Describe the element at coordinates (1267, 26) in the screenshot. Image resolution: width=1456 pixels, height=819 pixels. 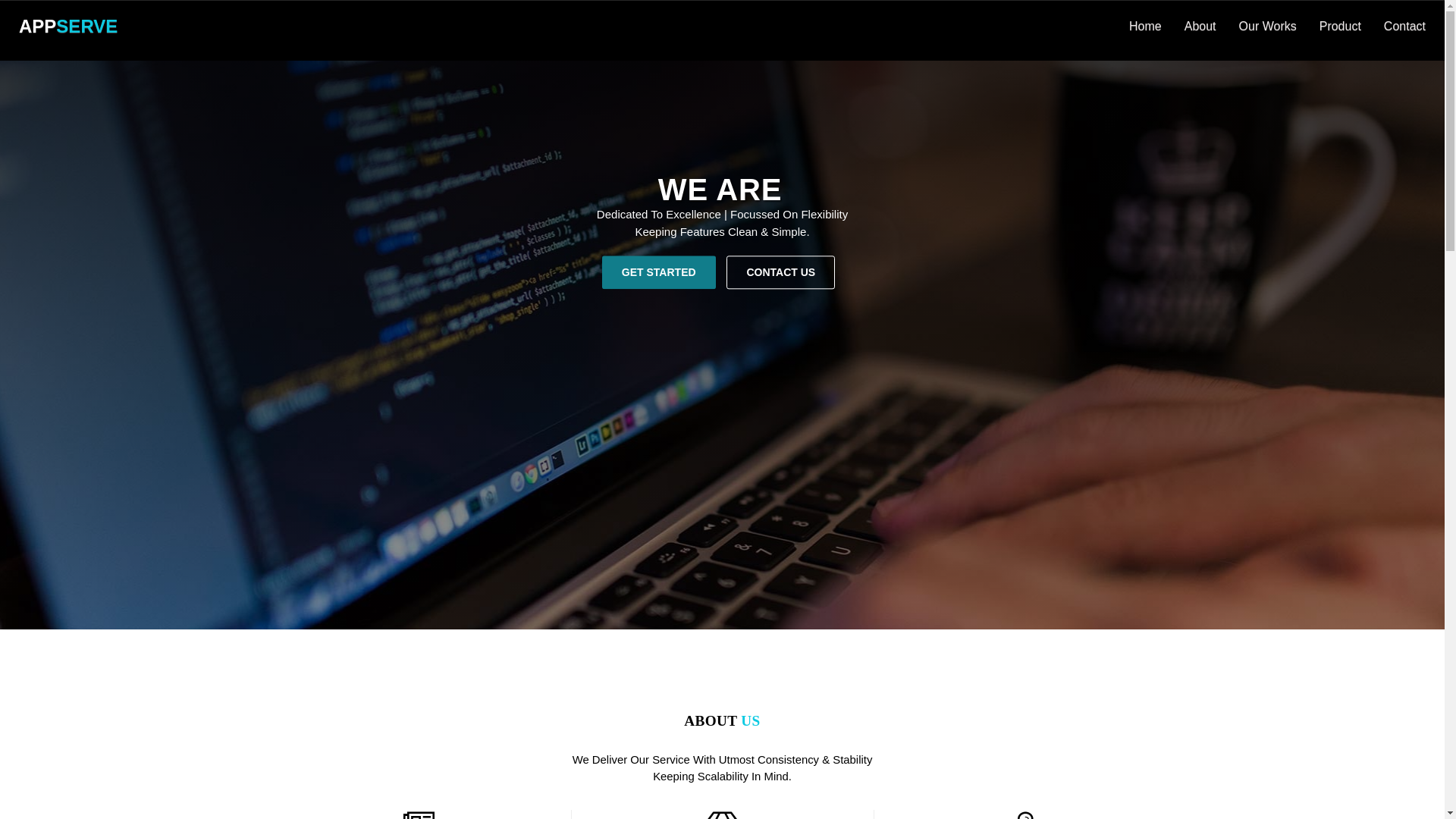
I see `'Our Works'` at that location.